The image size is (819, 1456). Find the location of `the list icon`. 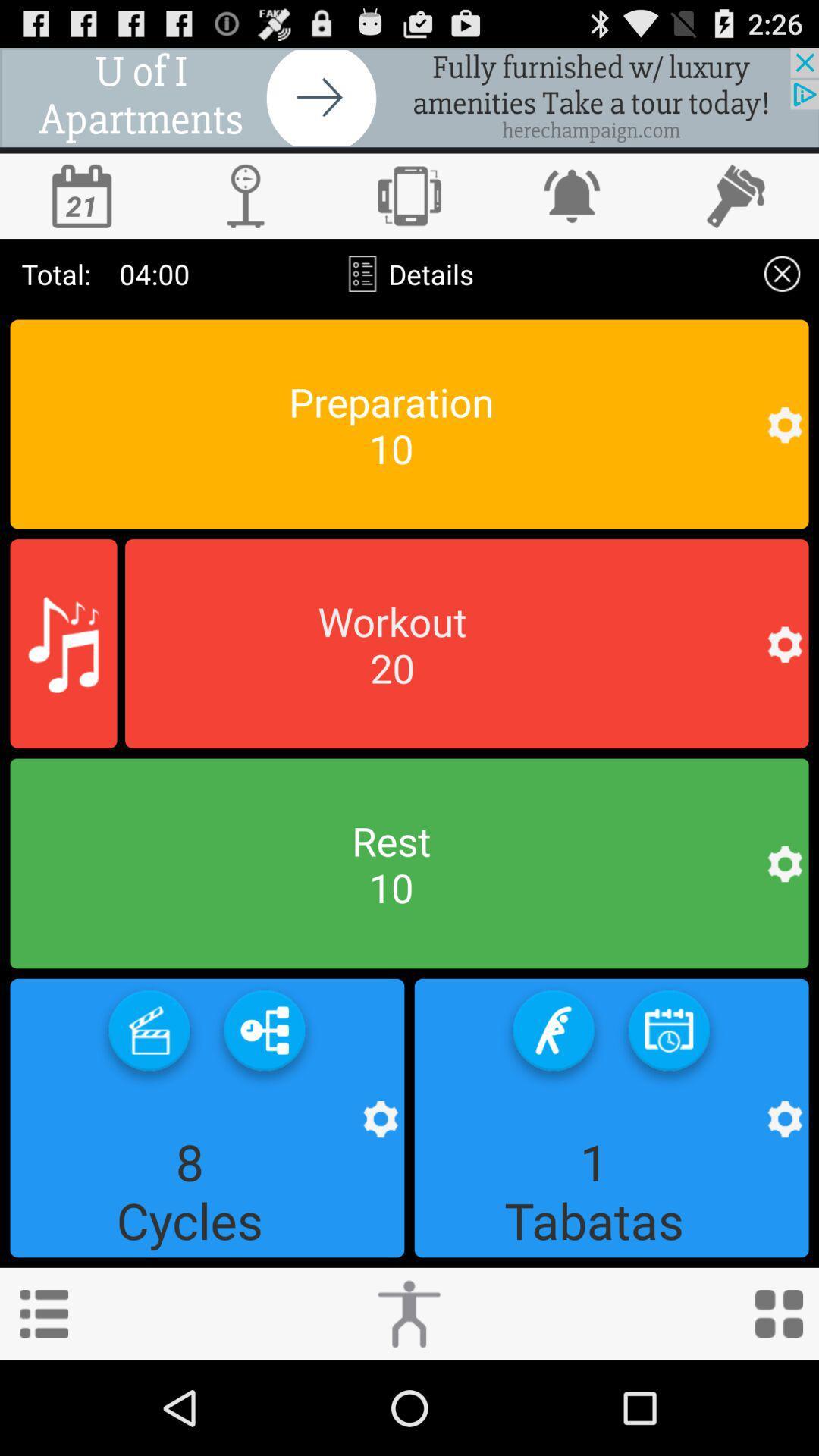

the list icon is located at coordinates (43, 1405).